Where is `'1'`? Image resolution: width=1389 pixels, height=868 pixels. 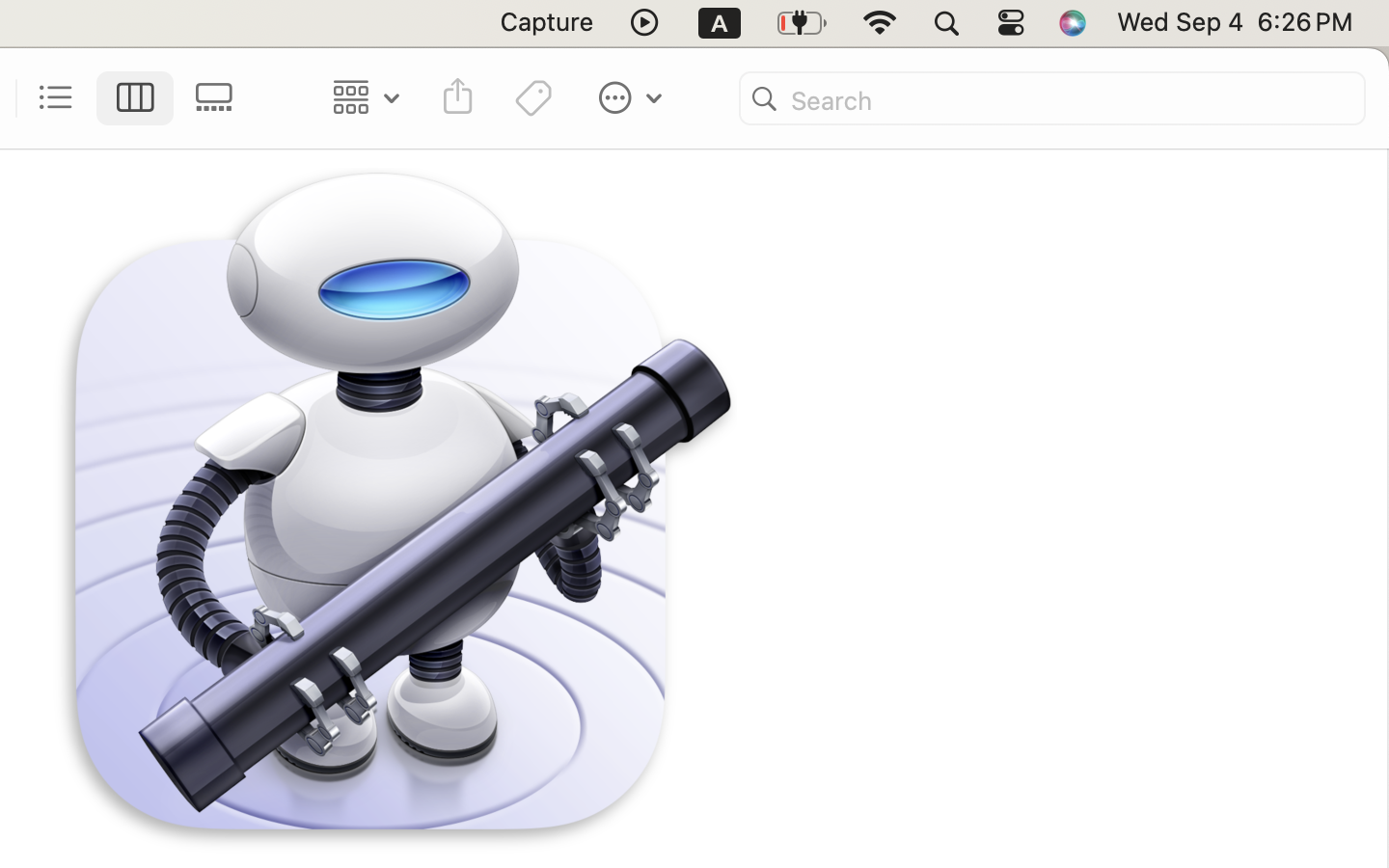
'1' is located at coordinates (134, 96).